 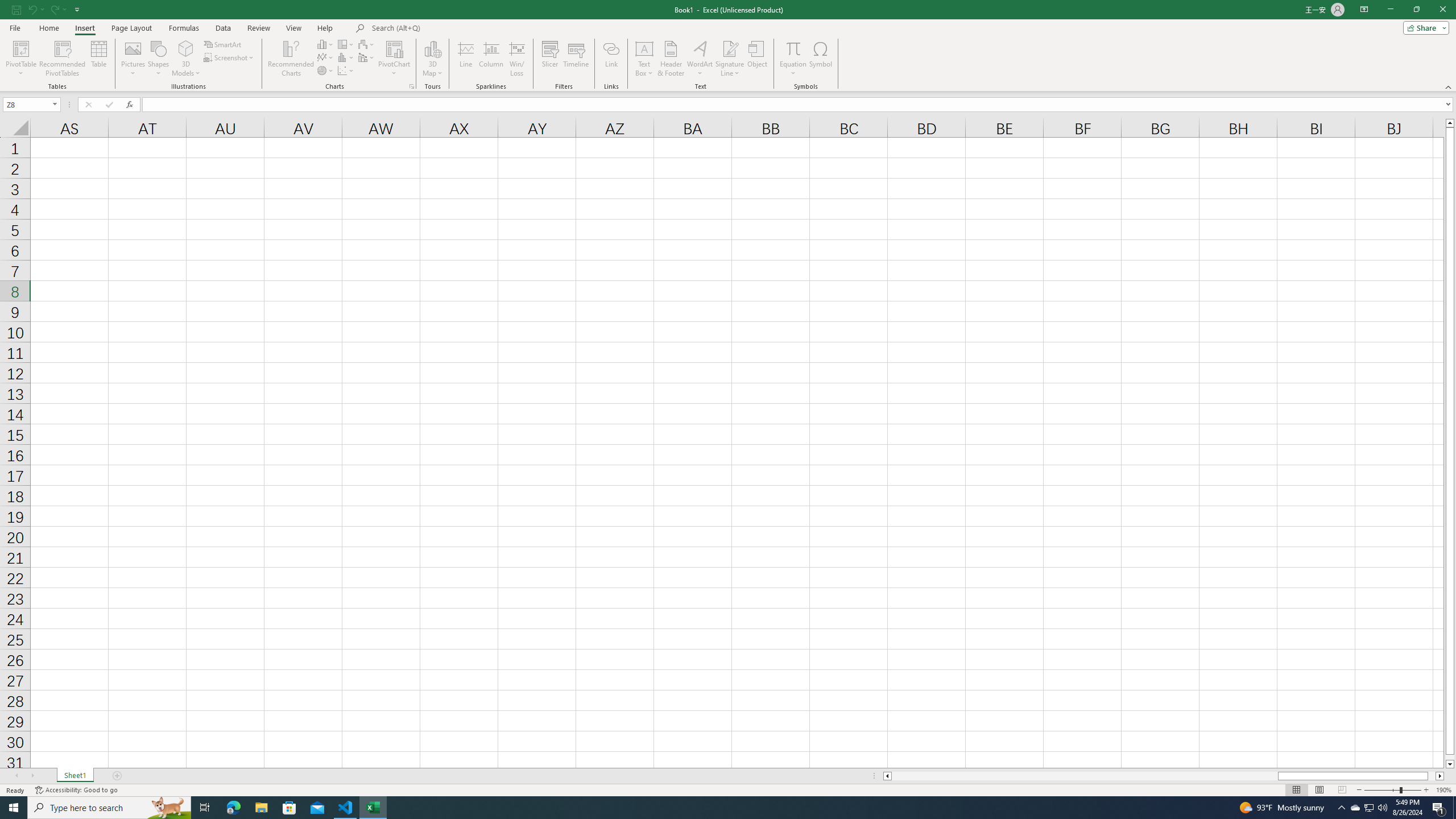 What do you see at coordinates (185, 48) in the screenshot?
I see `'3D Models'` at bounding box center [185, 48].